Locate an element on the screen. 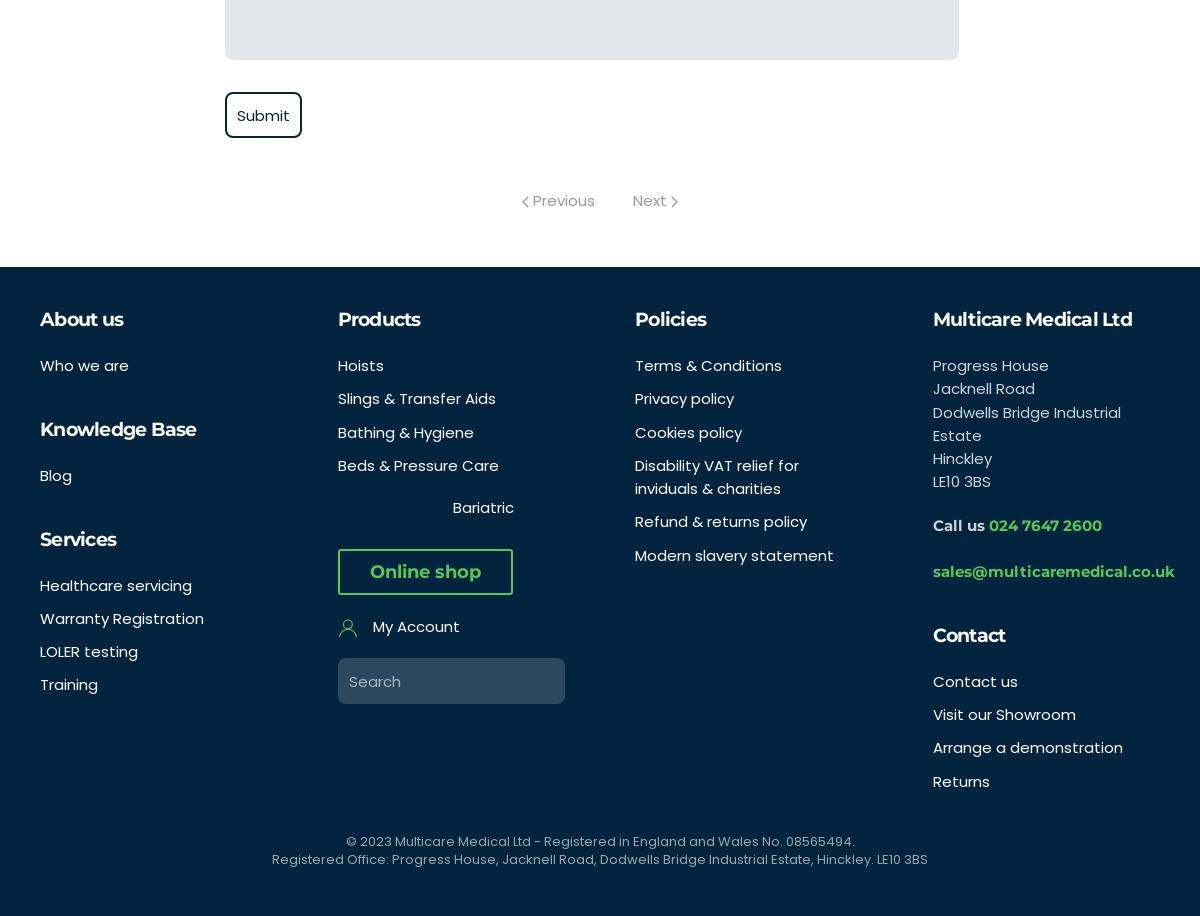  'LOLER testing' is located at coordinates (89, 650).